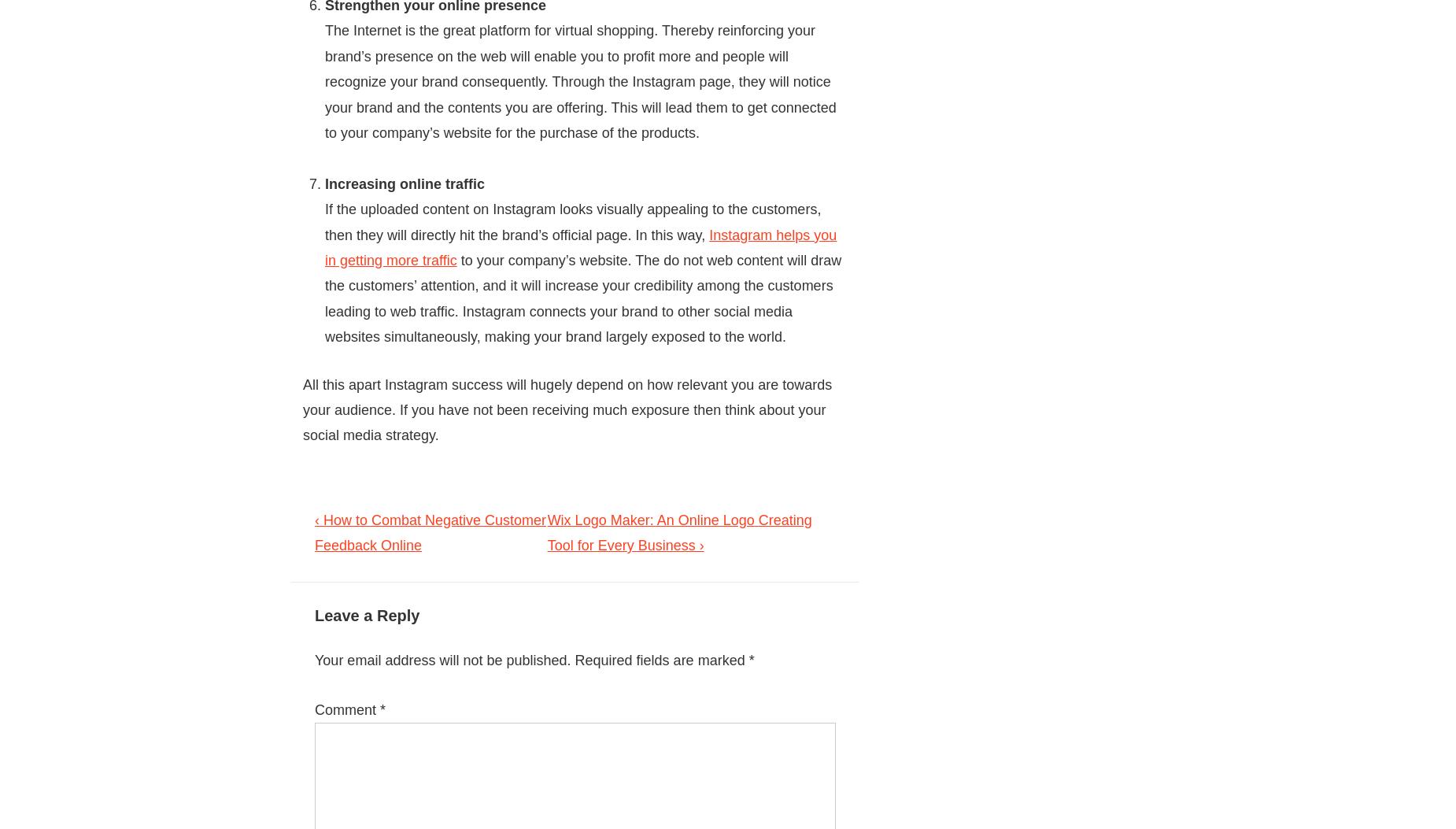 The height and width of the screenshot is (829, 1456). What do you see at coordinates (367, 615) in the screenshot?
I see `'Leave a Reply'` at bounding box center [367, 615].